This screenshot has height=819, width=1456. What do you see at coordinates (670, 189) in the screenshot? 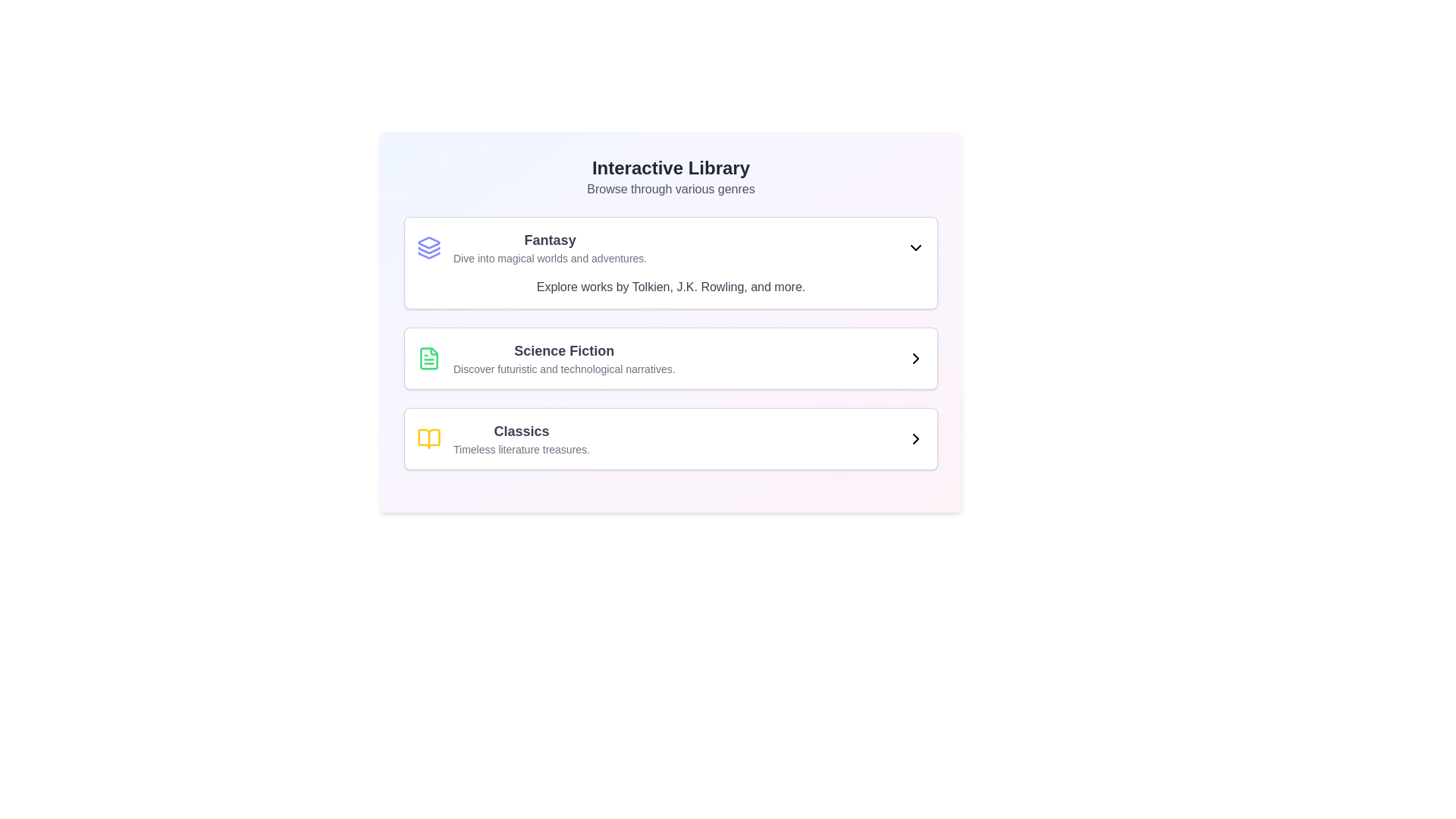
I see `the static descriptive tagline element that provides guidance for navigating the content below, located within the 'Interactive Library' section` at bounding box center [670, 189].